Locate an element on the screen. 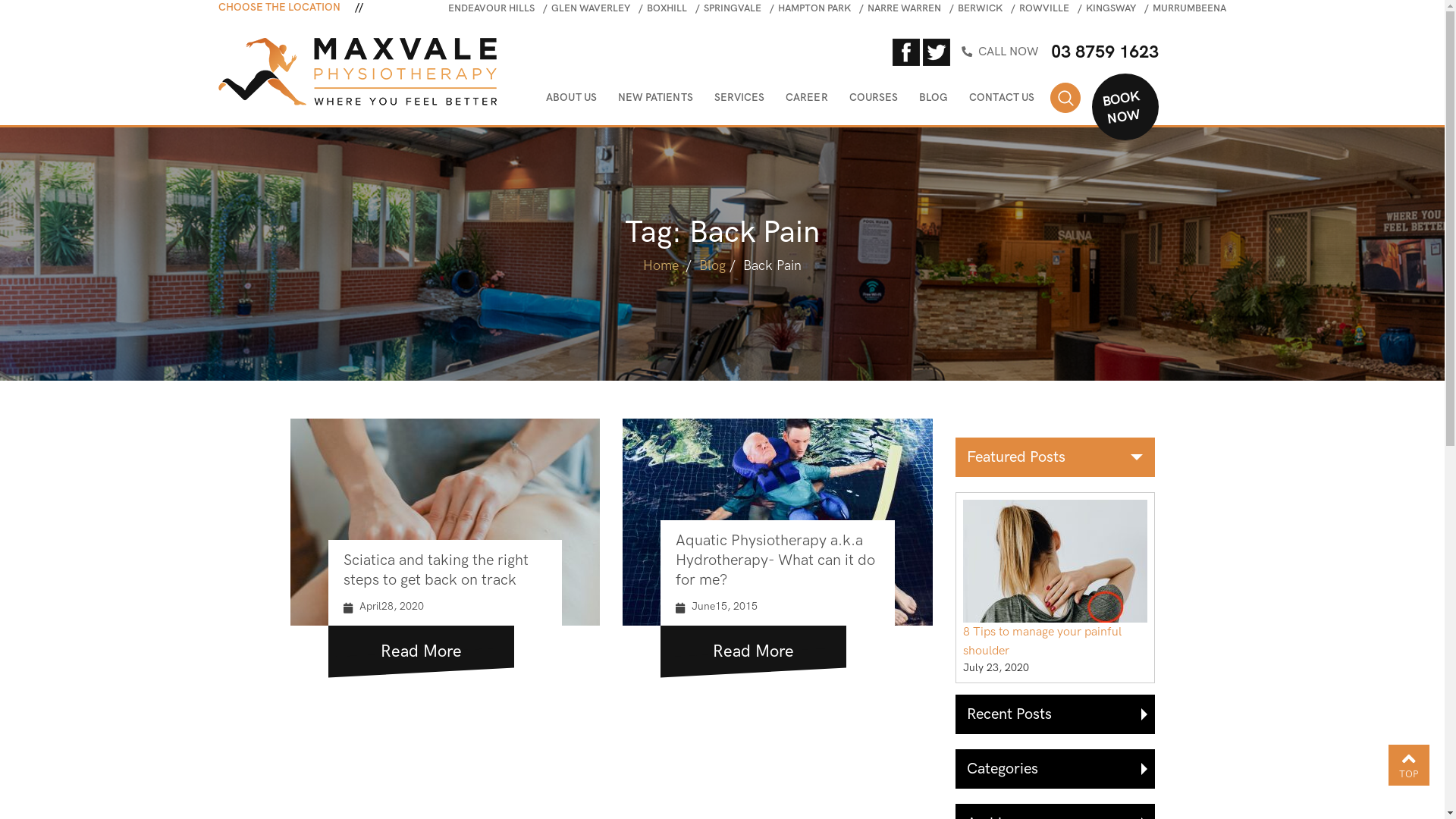  'BOOK NOW' is located at coordinates (1117, 102).